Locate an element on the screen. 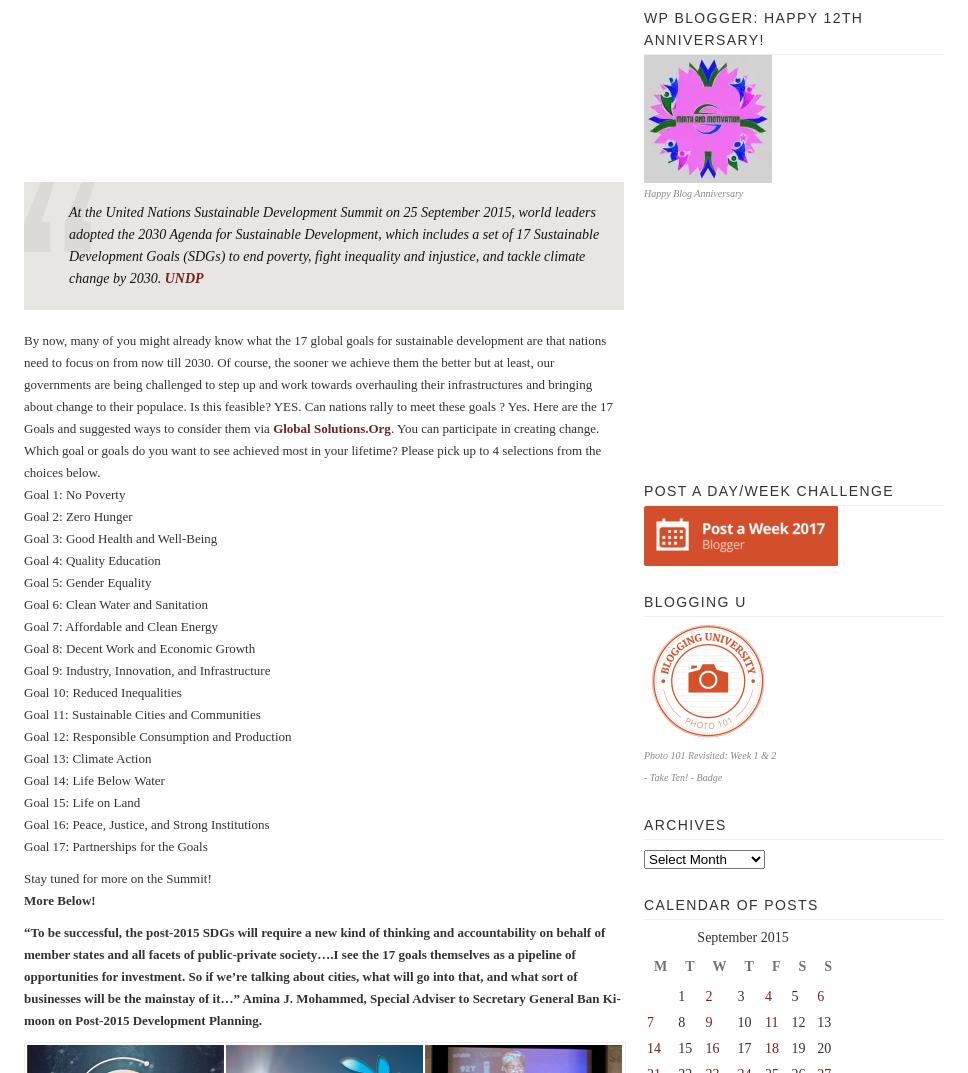 Image resolution: width=968 pixels, height=1073 pixels. '4' is located at coordinates (766, 995).